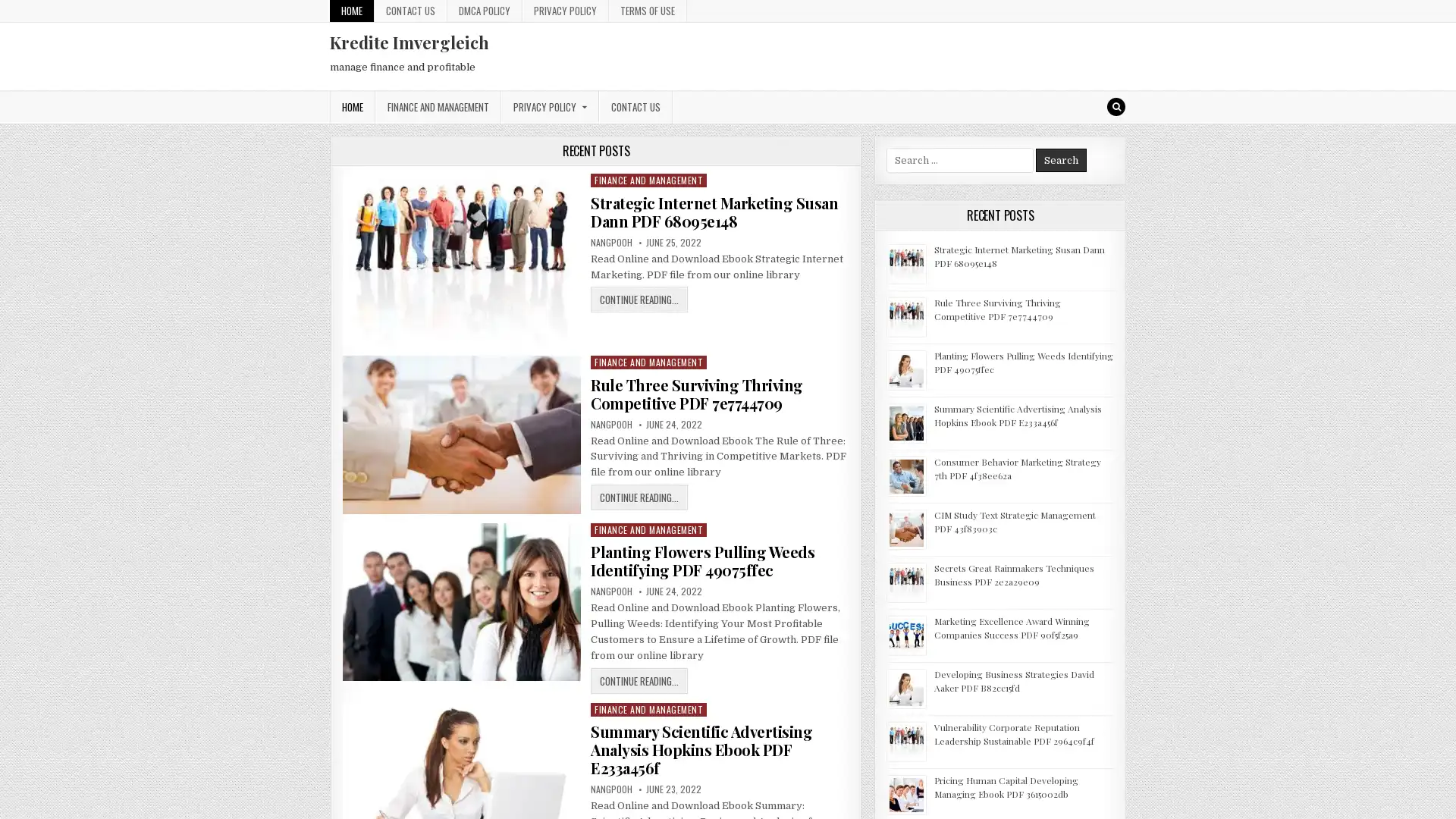  I want to click on Search, so click(1060, 160).